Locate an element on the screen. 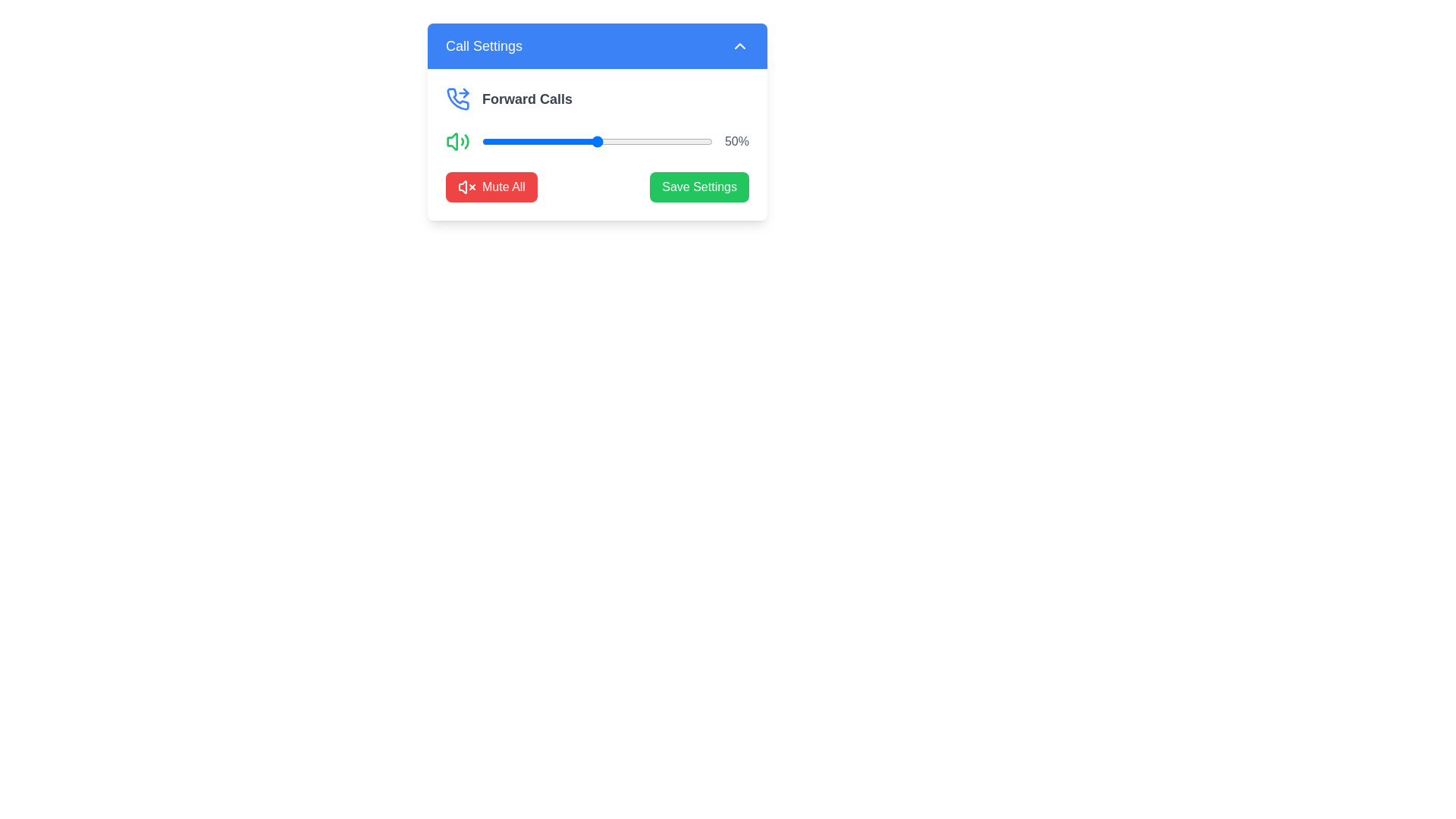 The image size is (1456, 819). the slider is located at coordinates (573, 141).